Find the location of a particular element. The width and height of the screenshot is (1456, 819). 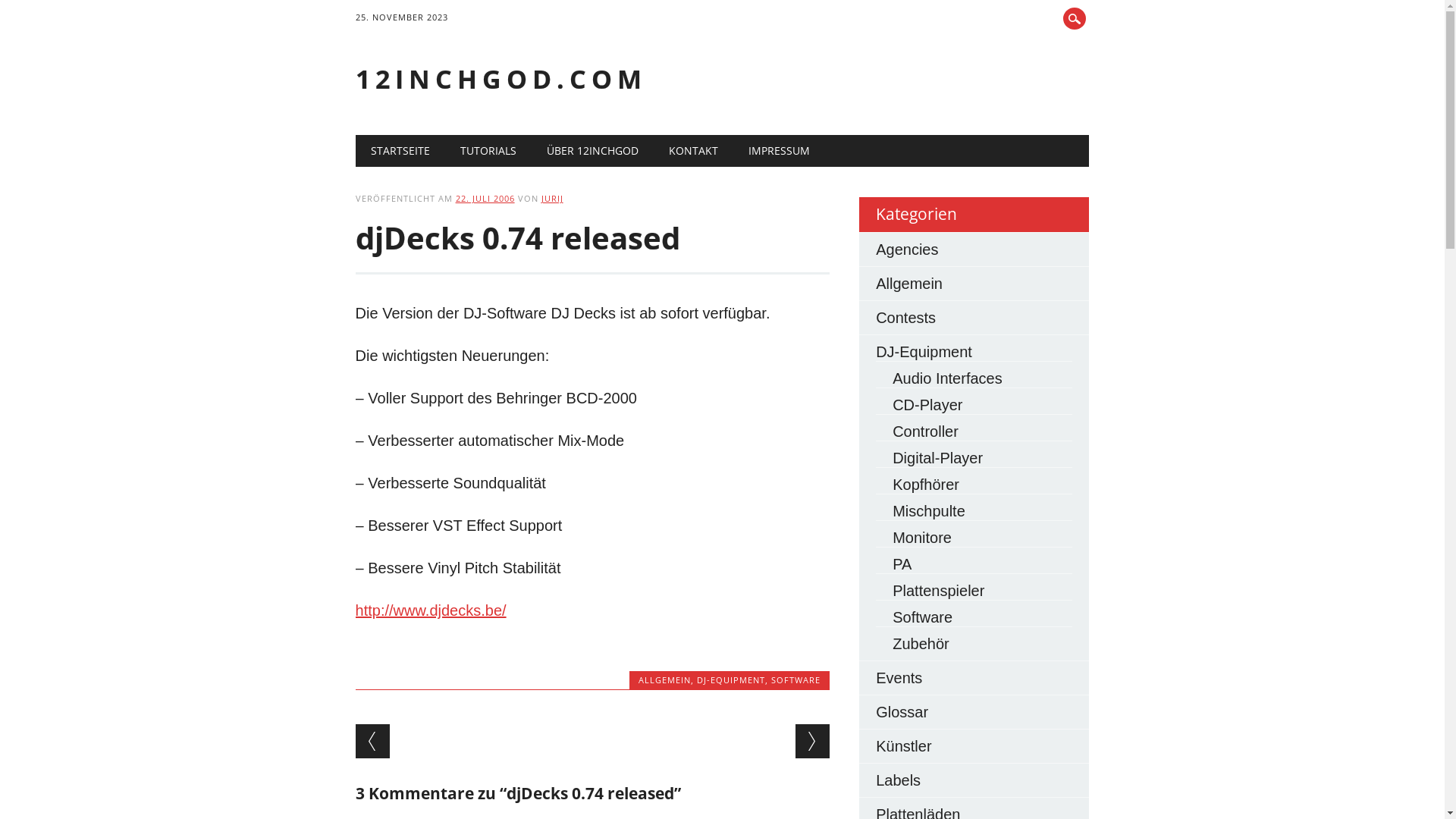

'Events' is located at coordinates (876, 677).